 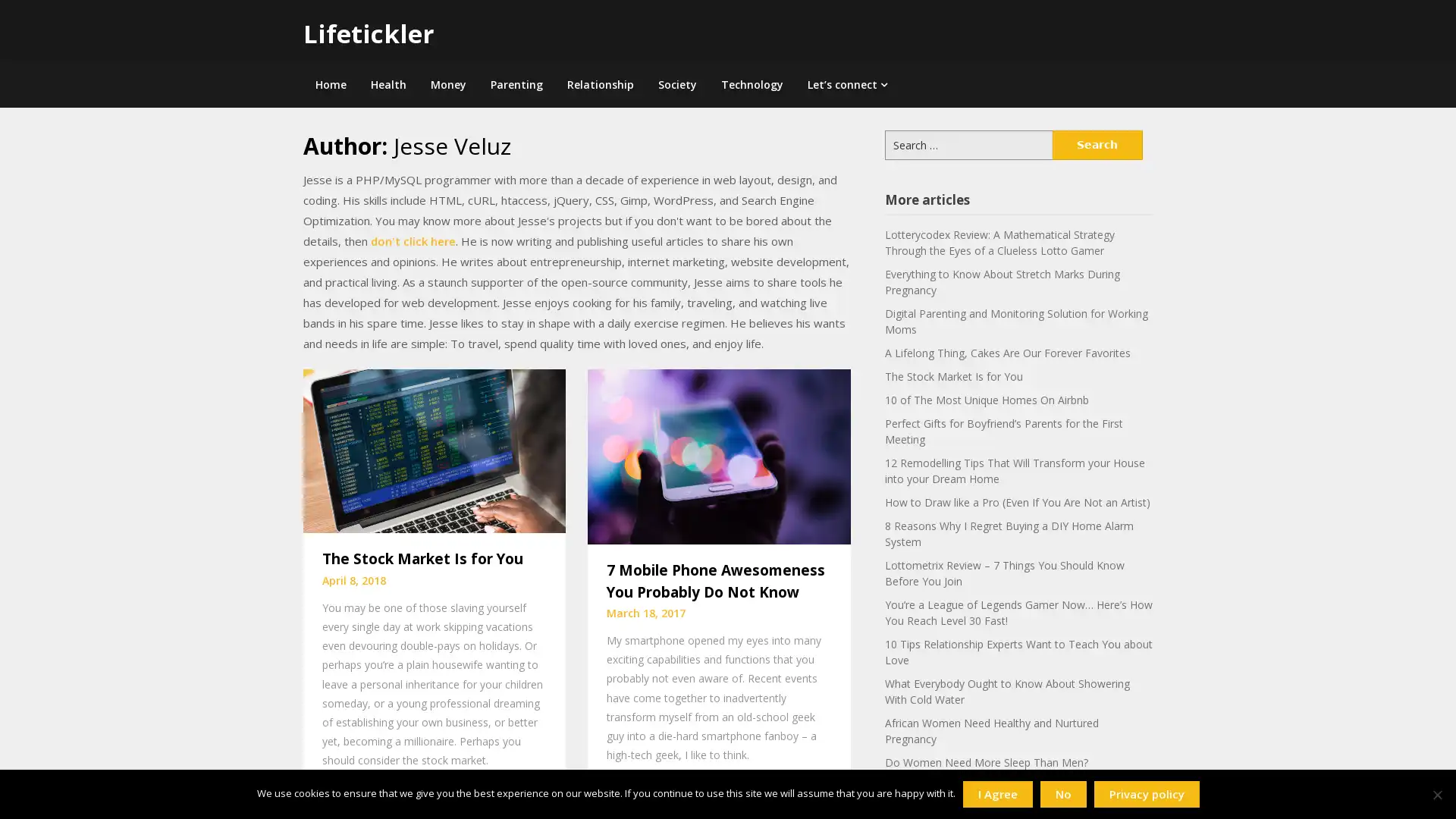 What do you see at coordinates (1097, 145) in the screenshot?
I see `Search` at bounding box center [1097, 145].